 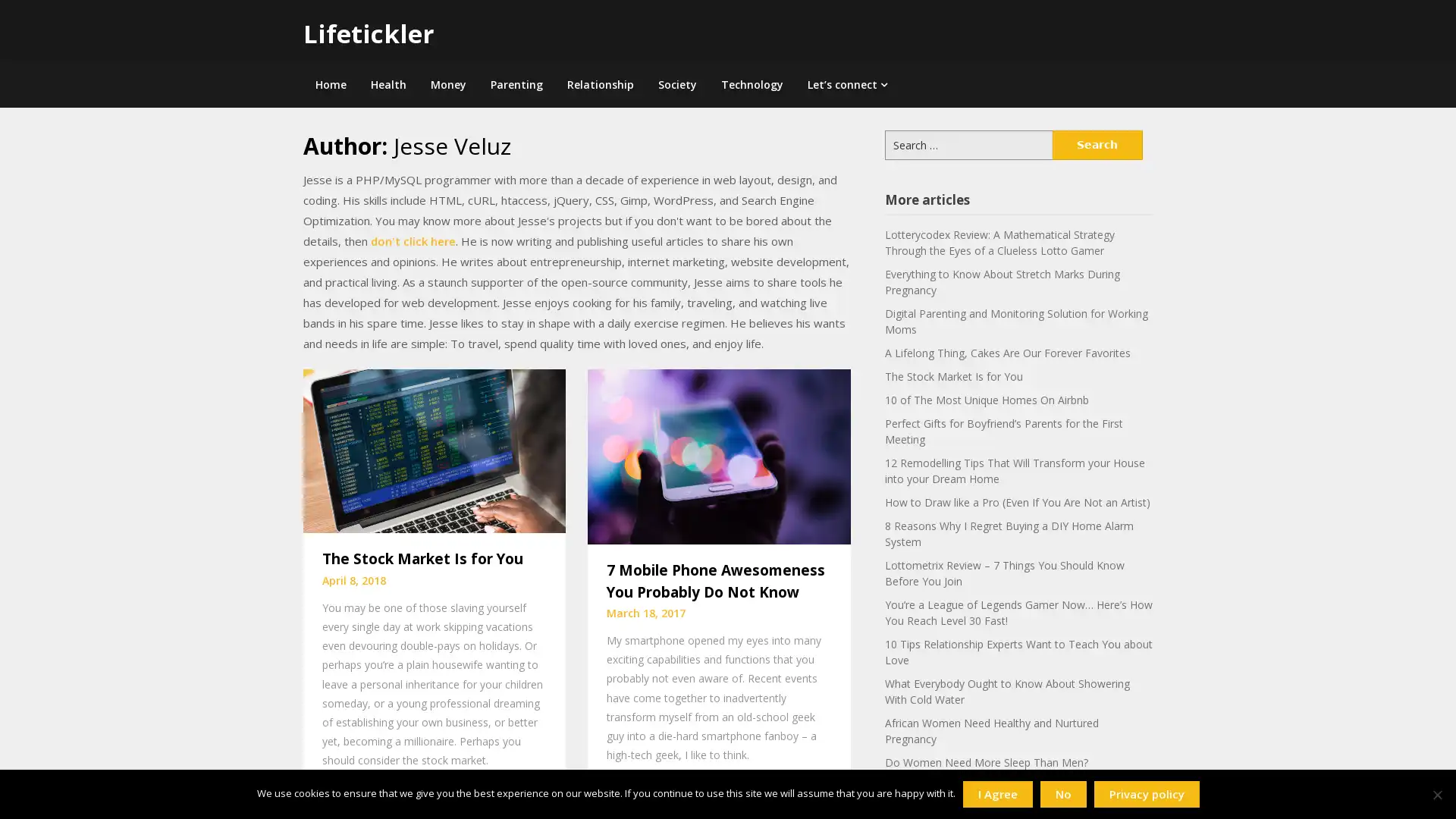 What do you see at coordinates (1097, 145) in the screenshot?
I see `Search` at bounding box center [1097, 145].